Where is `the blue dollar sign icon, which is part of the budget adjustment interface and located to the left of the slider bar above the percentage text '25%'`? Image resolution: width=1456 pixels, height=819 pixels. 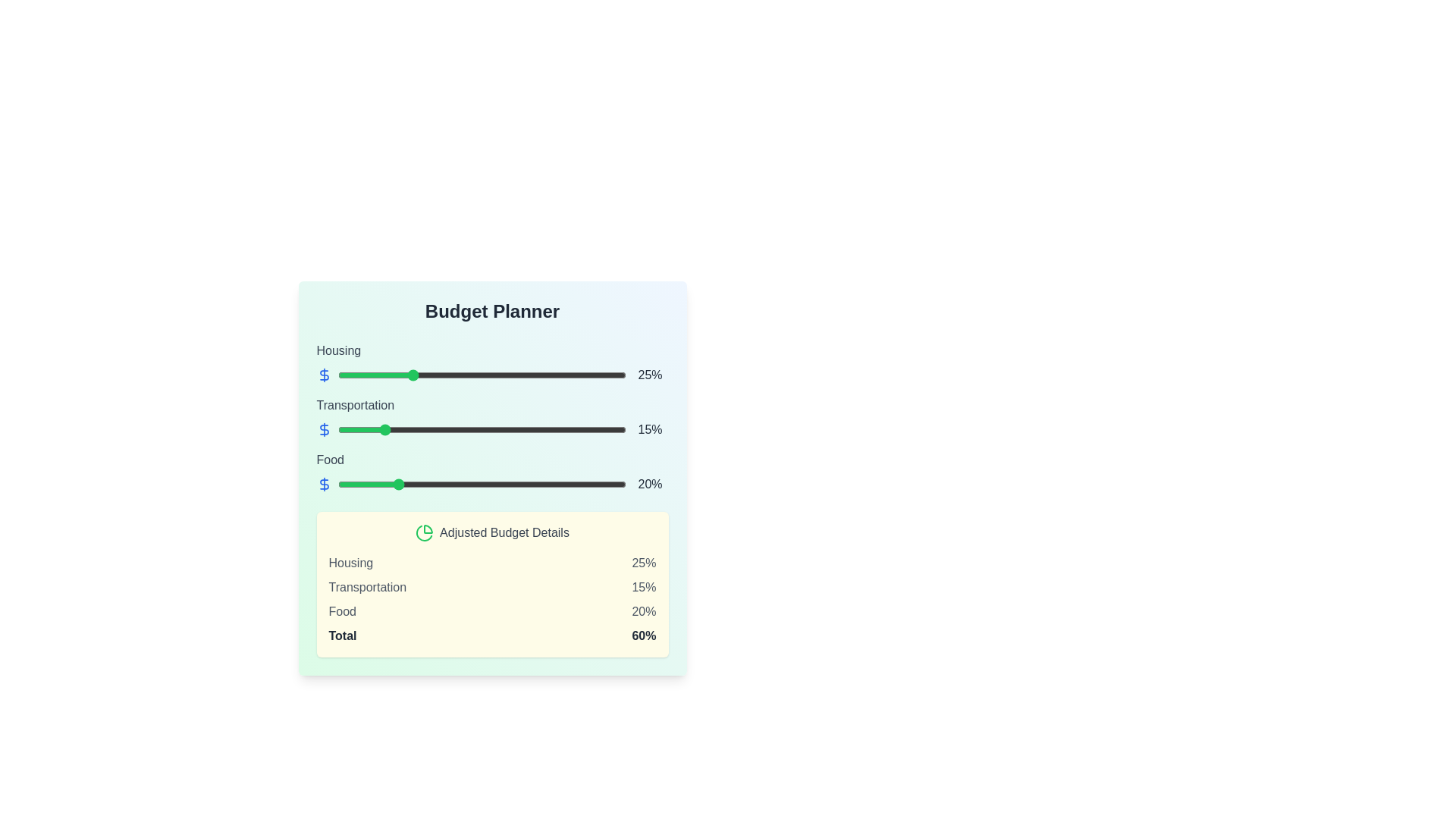
the blue dollar sign icon, which is part of the budget adjustment interface and located to the left of the slider bar above the percentage text '25%' is located at coordinates (323, 375).